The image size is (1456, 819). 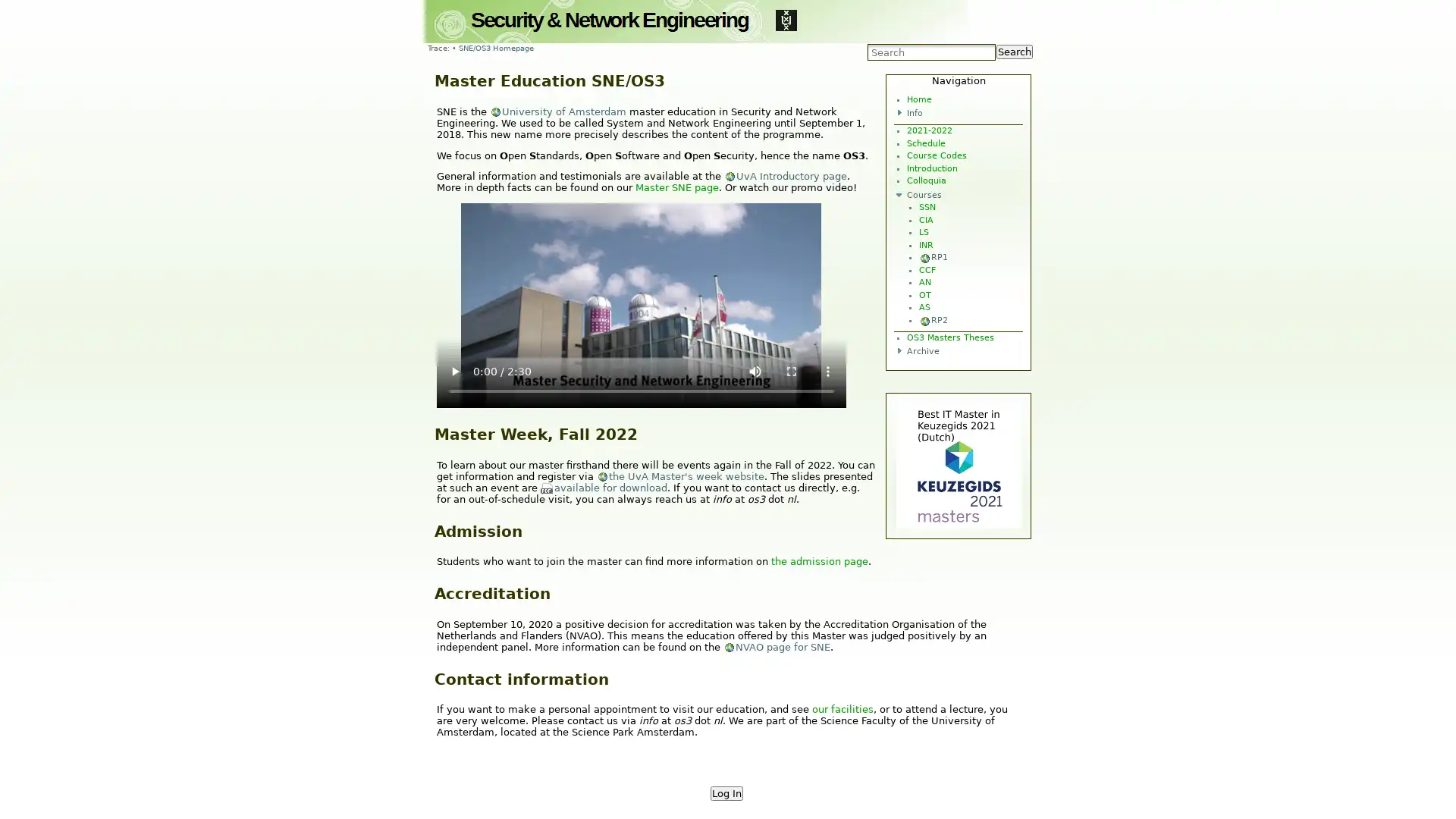 What do you see at coordinates (725, 792) in the screenshot?
I see `Log In` at bounding box center [725, 792].